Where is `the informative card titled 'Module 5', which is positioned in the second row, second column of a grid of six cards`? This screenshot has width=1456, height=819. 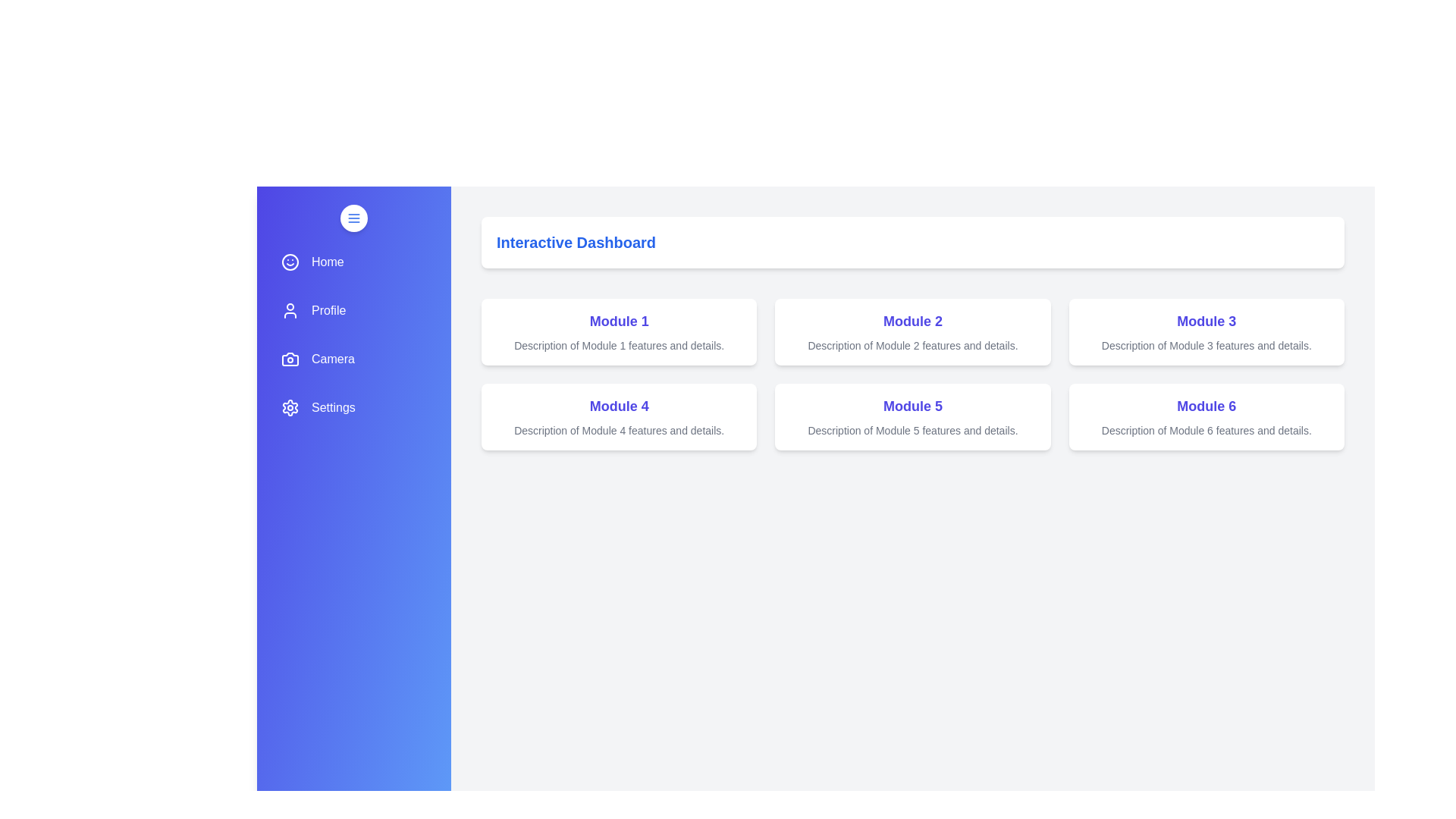 the informative card titled 'Module 5', which is positioned in the second row, second column of a grid of six cards is located at coordinates (912, 417).